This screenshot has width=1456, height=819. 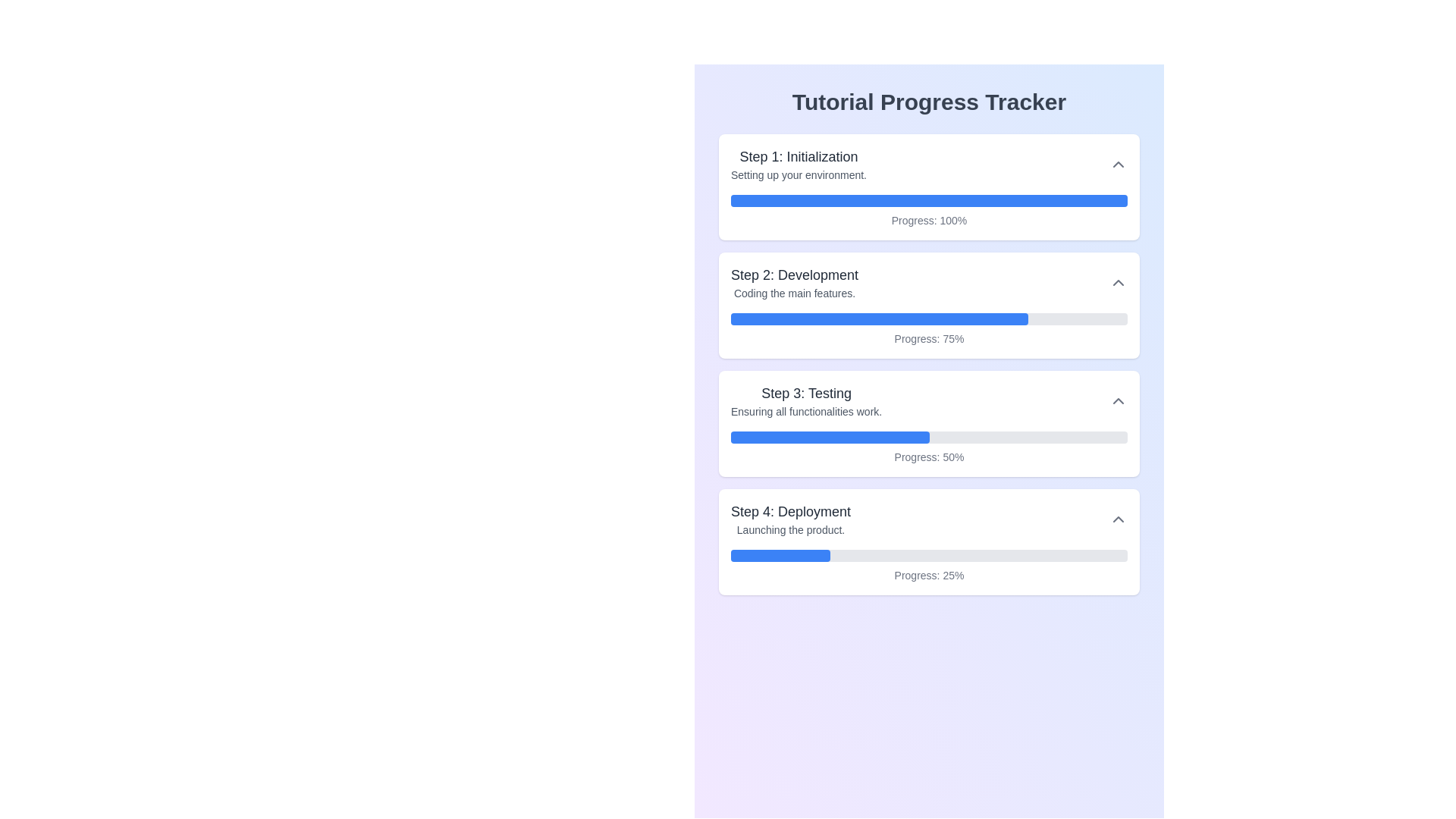 What do you see at coordinates (794, 275) in the screenshot?
I see `the text label reading 'Step 2: Development' which is styled prominently in gray with a bold and larger font, indicating its importance as a title within the progress tracker interface` at bounding box center [794, 275].